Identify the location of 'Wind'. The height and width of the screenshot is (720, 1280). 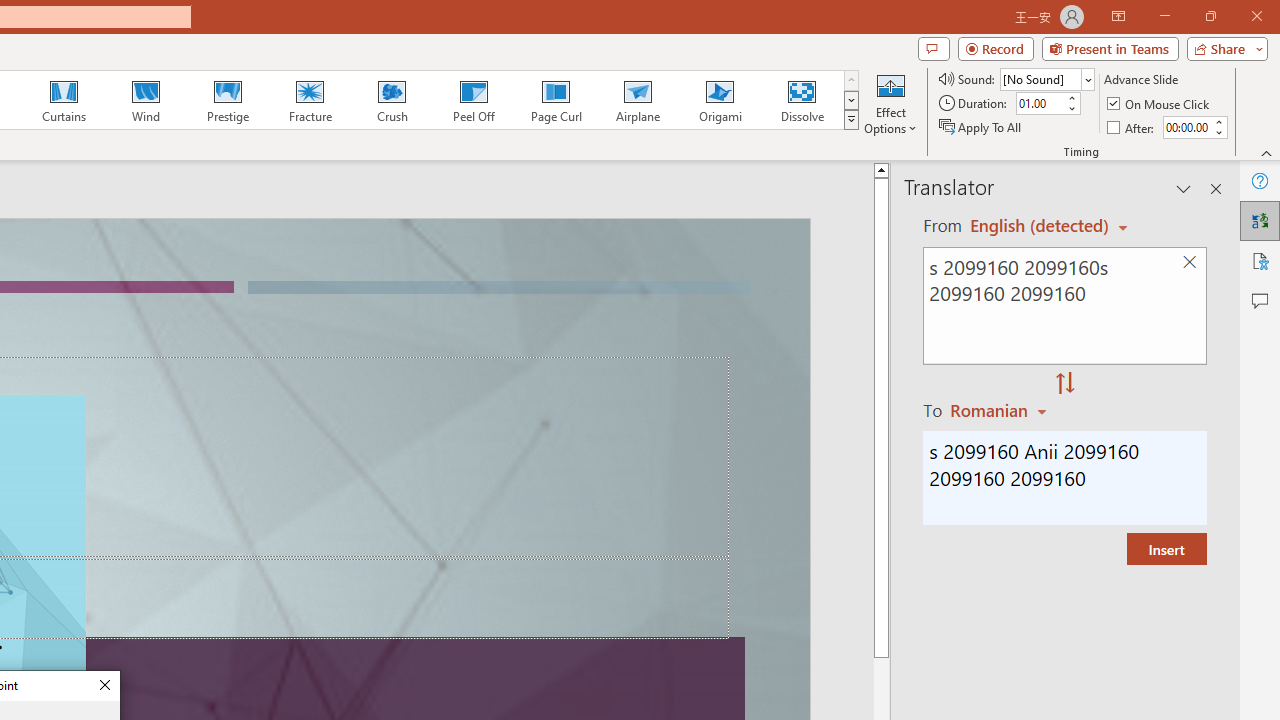
(144, 100).